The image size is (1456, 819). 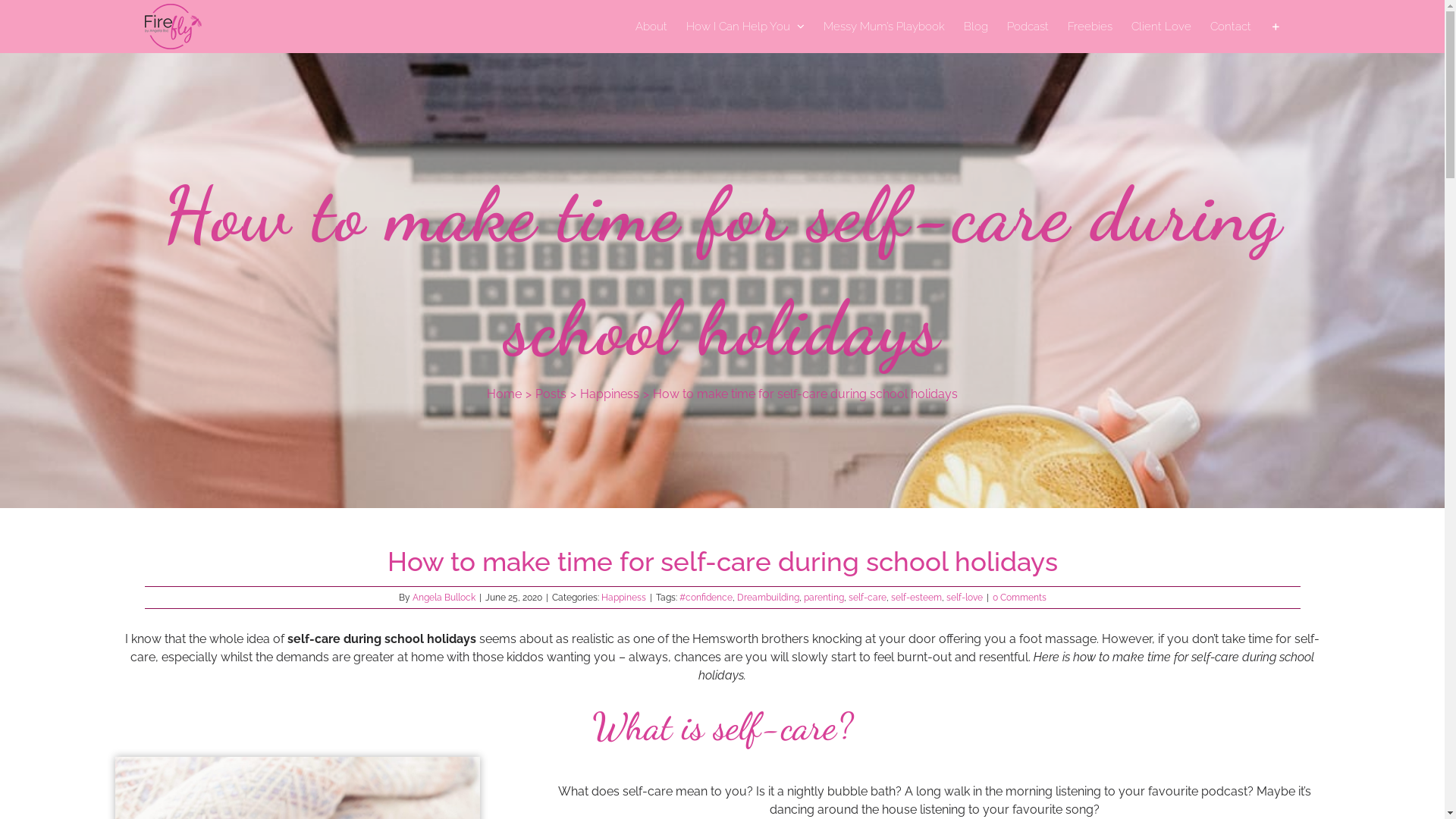 I want to click on 'Happiness', so click(x=610, y=393).